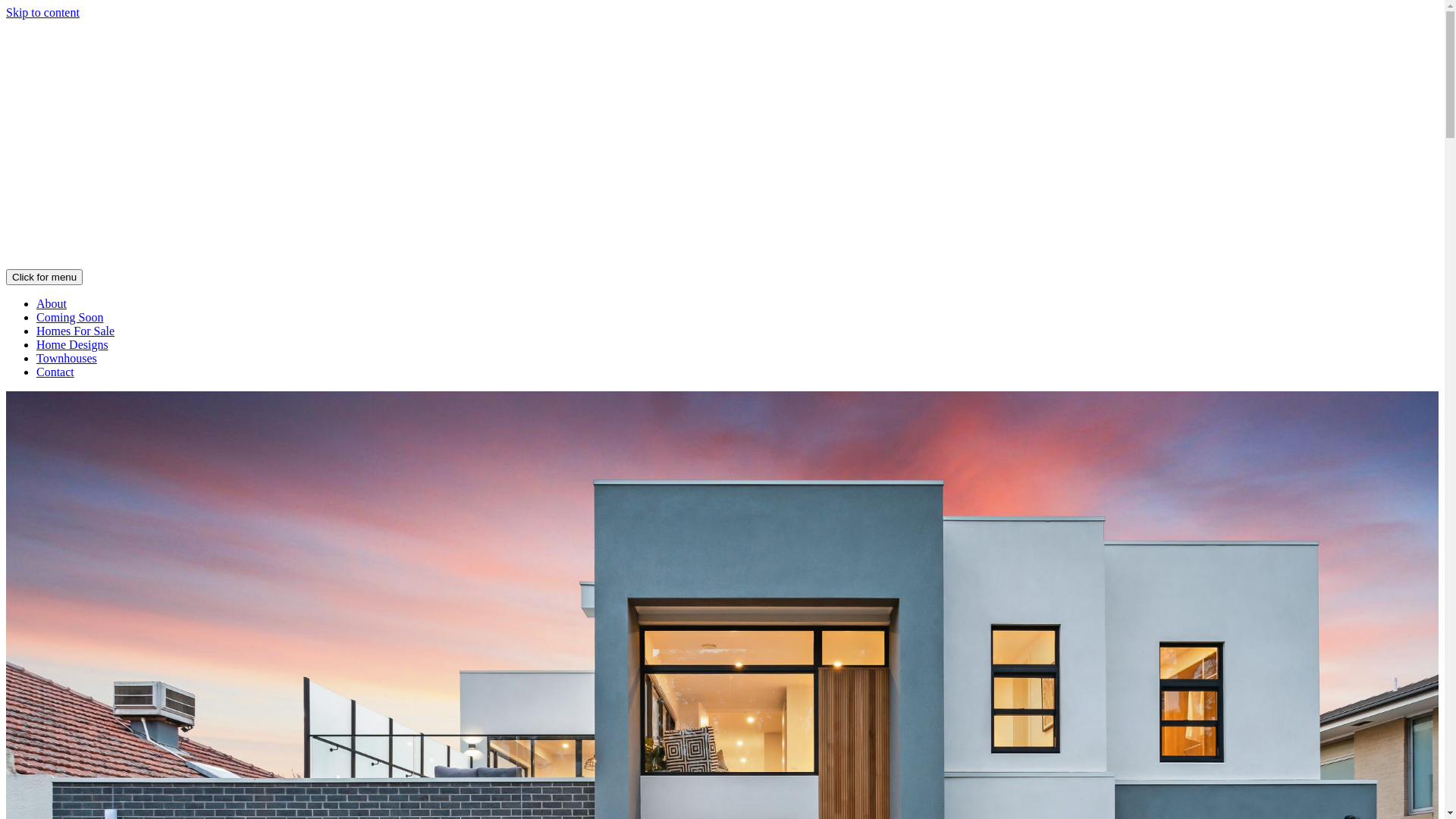  What do you see at coordinates (65, 358) in the screenshot?
I see `'Townhouses'` at bounding box center [65, 358].